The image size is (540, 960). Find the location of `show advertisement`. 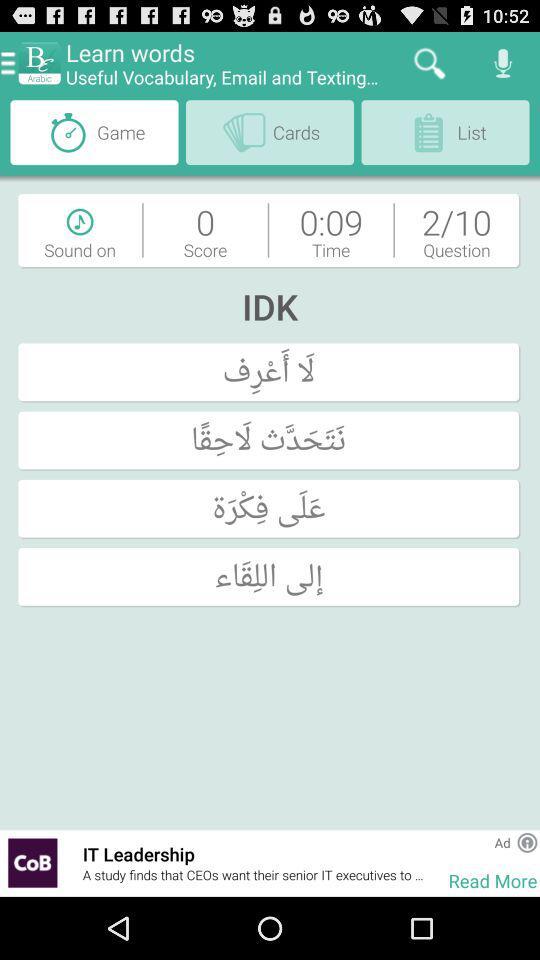

show advertisement is located at coordinates (31, 862).